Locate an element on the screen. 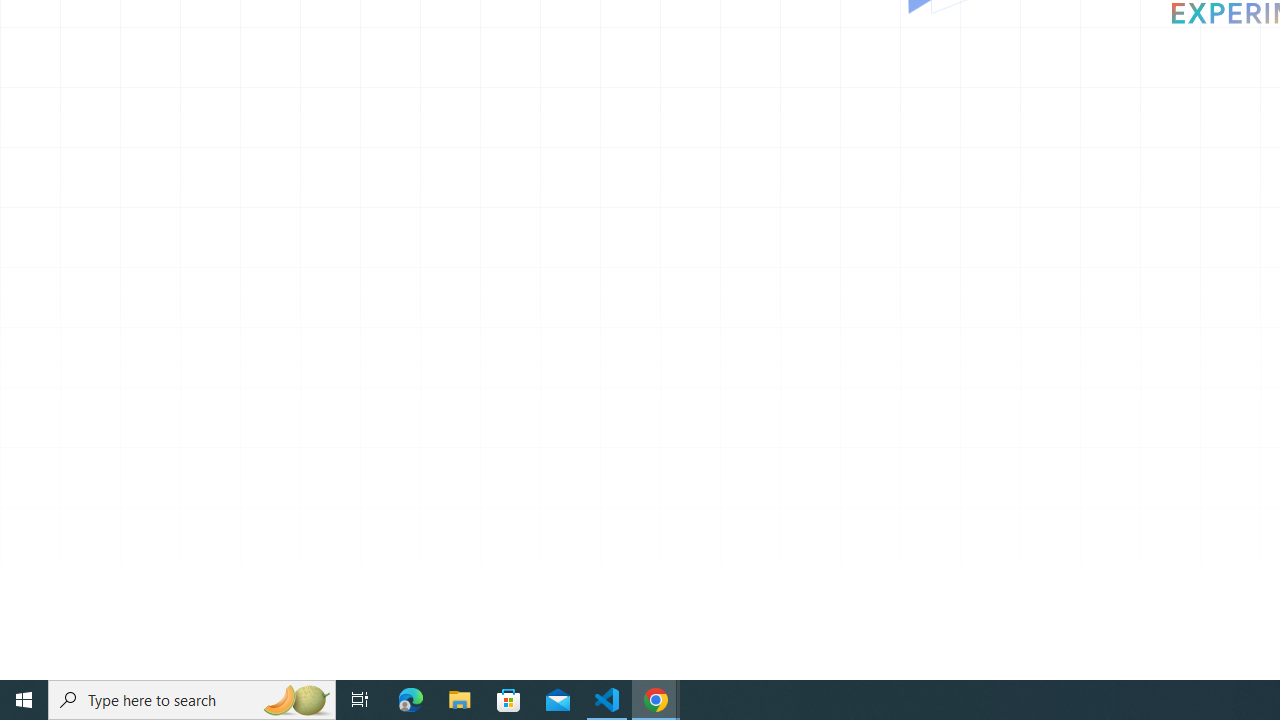  'Microsoft Edge' is located at coordinates (410, 698).